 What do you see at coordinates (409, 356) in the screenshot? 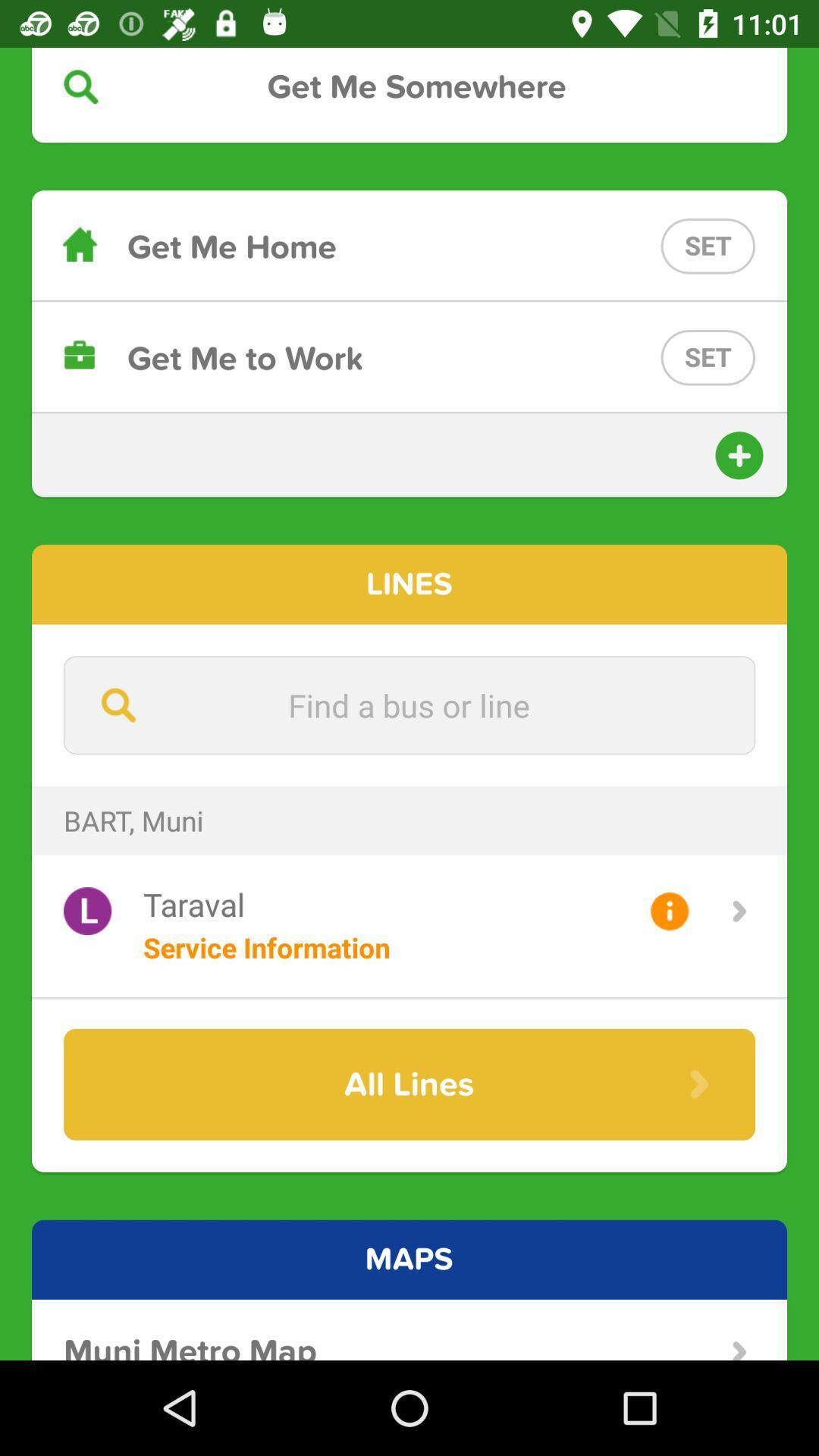
I see `the text below get me home` at bounding box center [409, 356].